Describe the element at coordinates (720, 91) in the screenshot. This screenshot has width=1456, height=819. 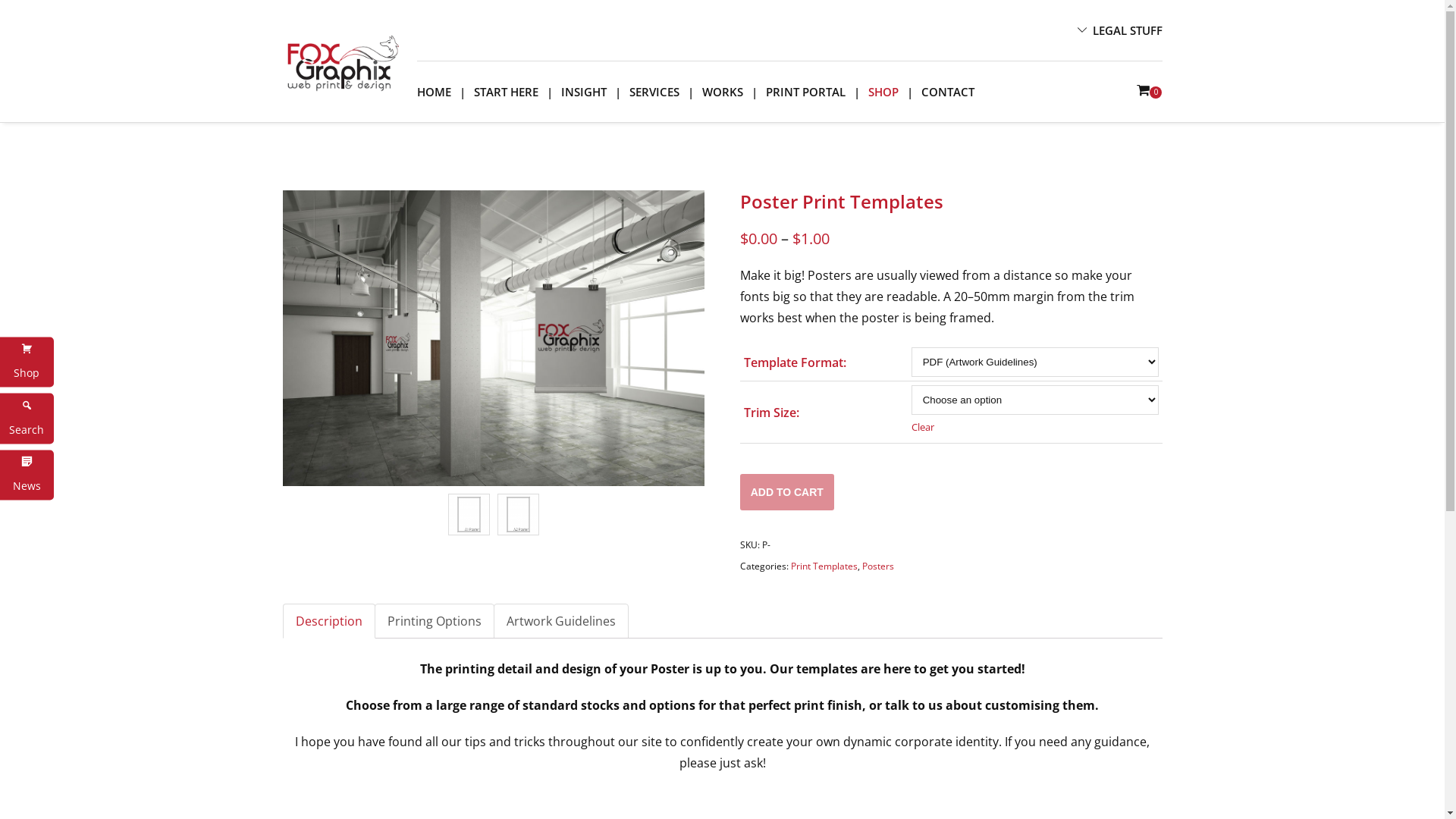
I see `'WORKS'` at that location.